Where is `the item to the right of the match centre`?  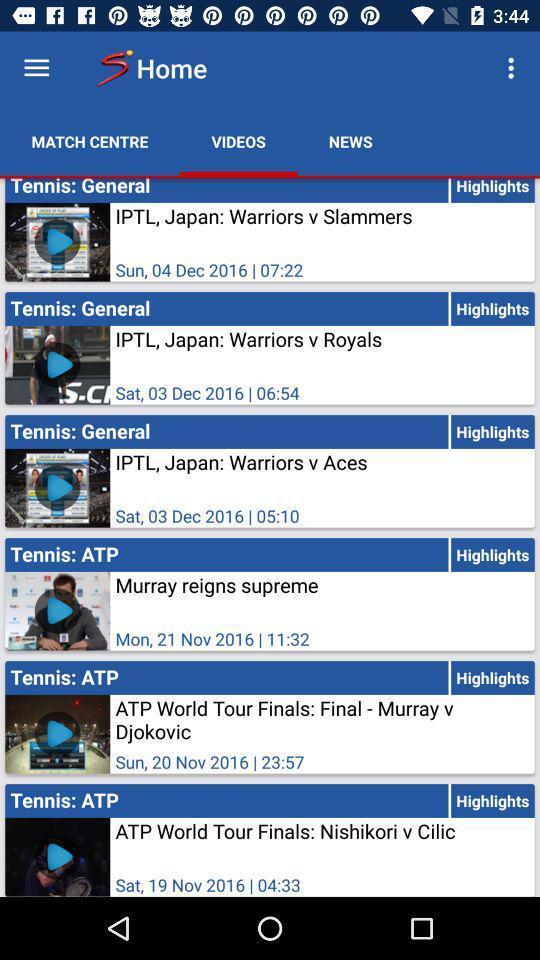
the item to the right of the match centre is located at coordinates (238, 140).